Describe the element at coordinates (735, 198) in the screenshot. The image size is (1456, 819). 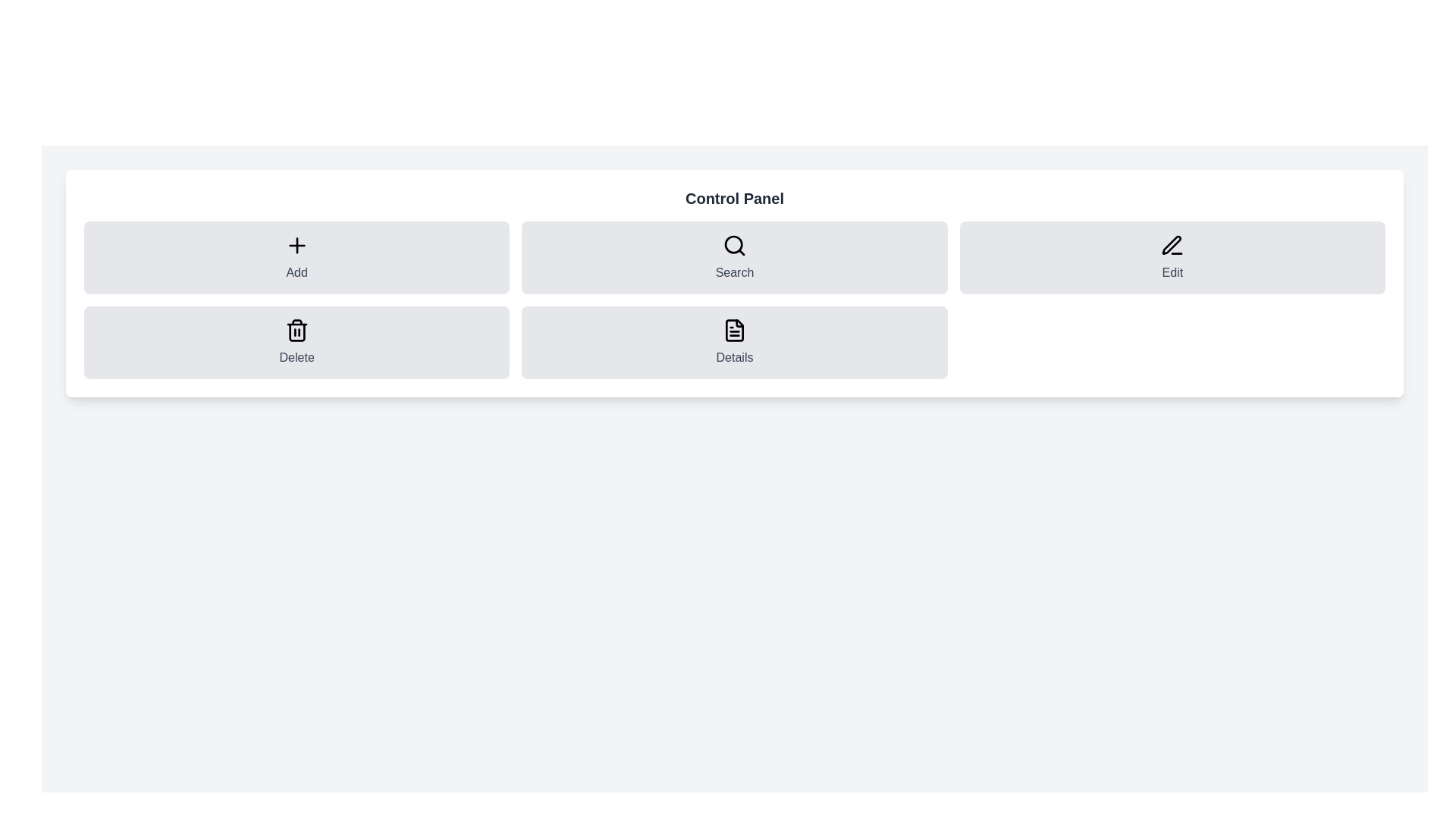
I see `text from the header element which serves as the title for the interface section, located at the topmost position of the card layout` at that location.